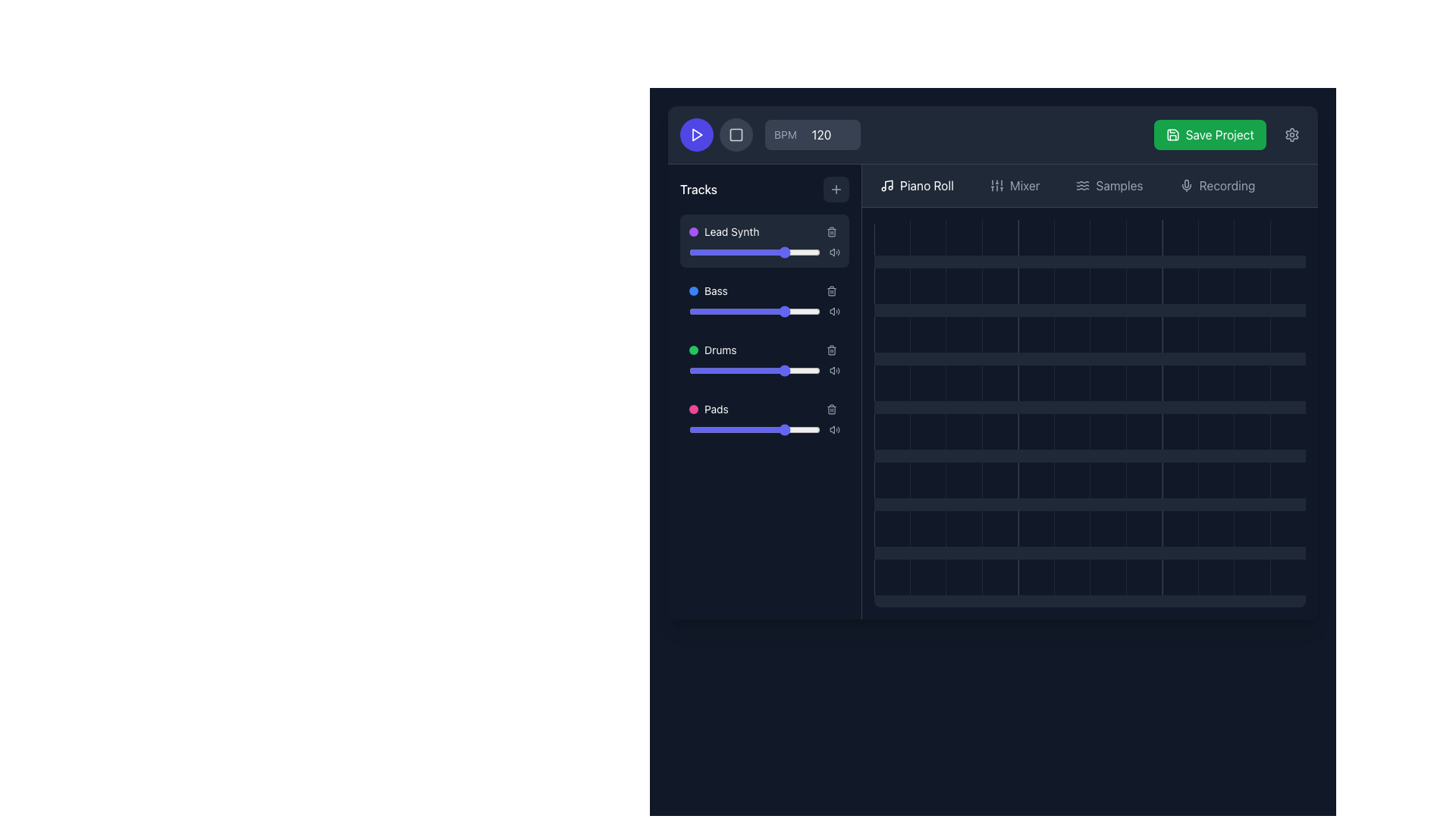  What do you see at coordinates (695, 133) in the screenshot?
I see `the play button icon located in the top-left corner of the application interface` at bounding box center [695, 133].